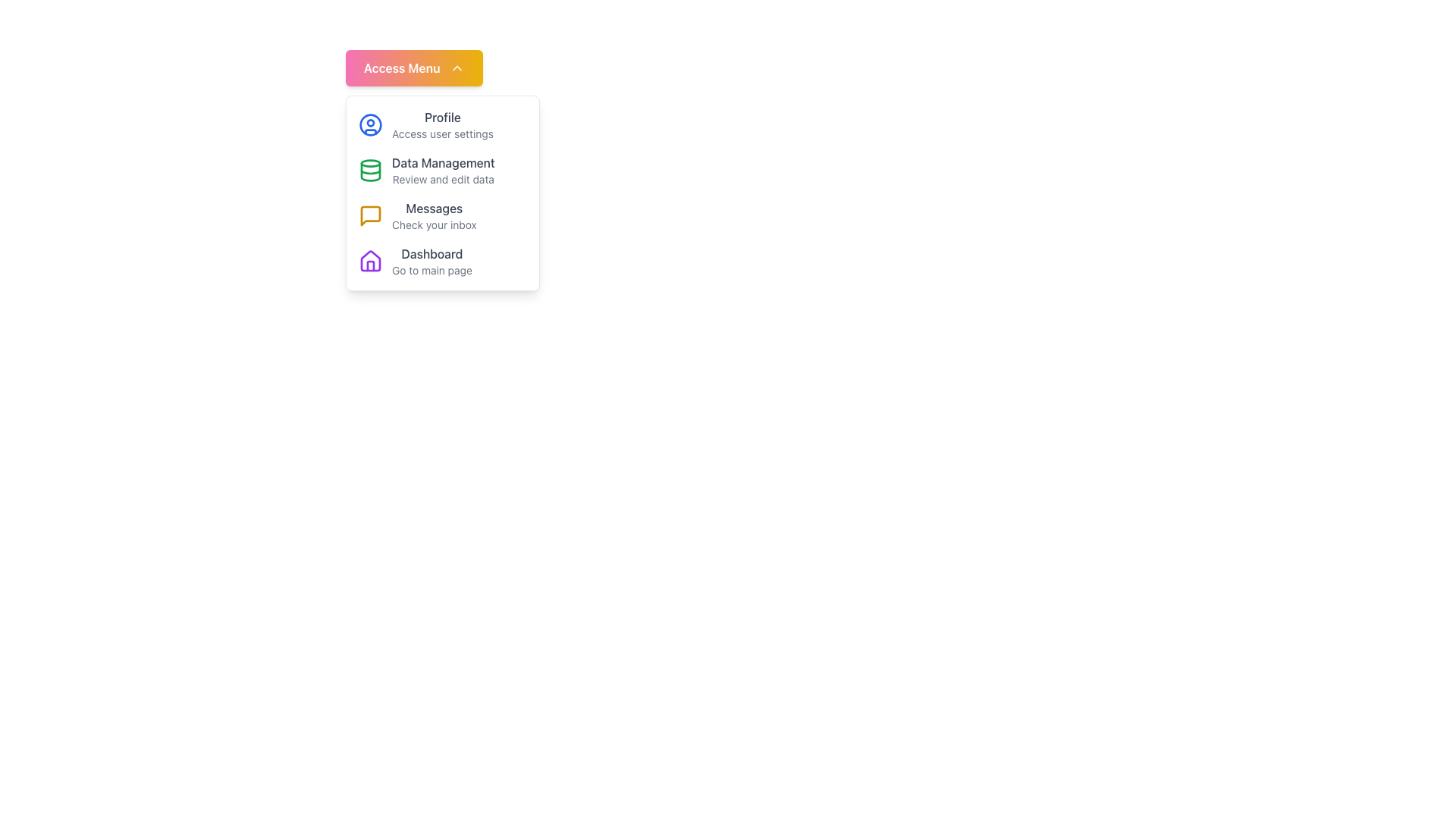 The height and width of the screenshot is (819, 1456). What do you see at coordinates (371, 124) in the screenshot?
I see `the circular profile icon with a blue outline located to the left of the text 'Profile' in the drop-down menu under the 'Access Menu' button` at bounding box center [371, 124].